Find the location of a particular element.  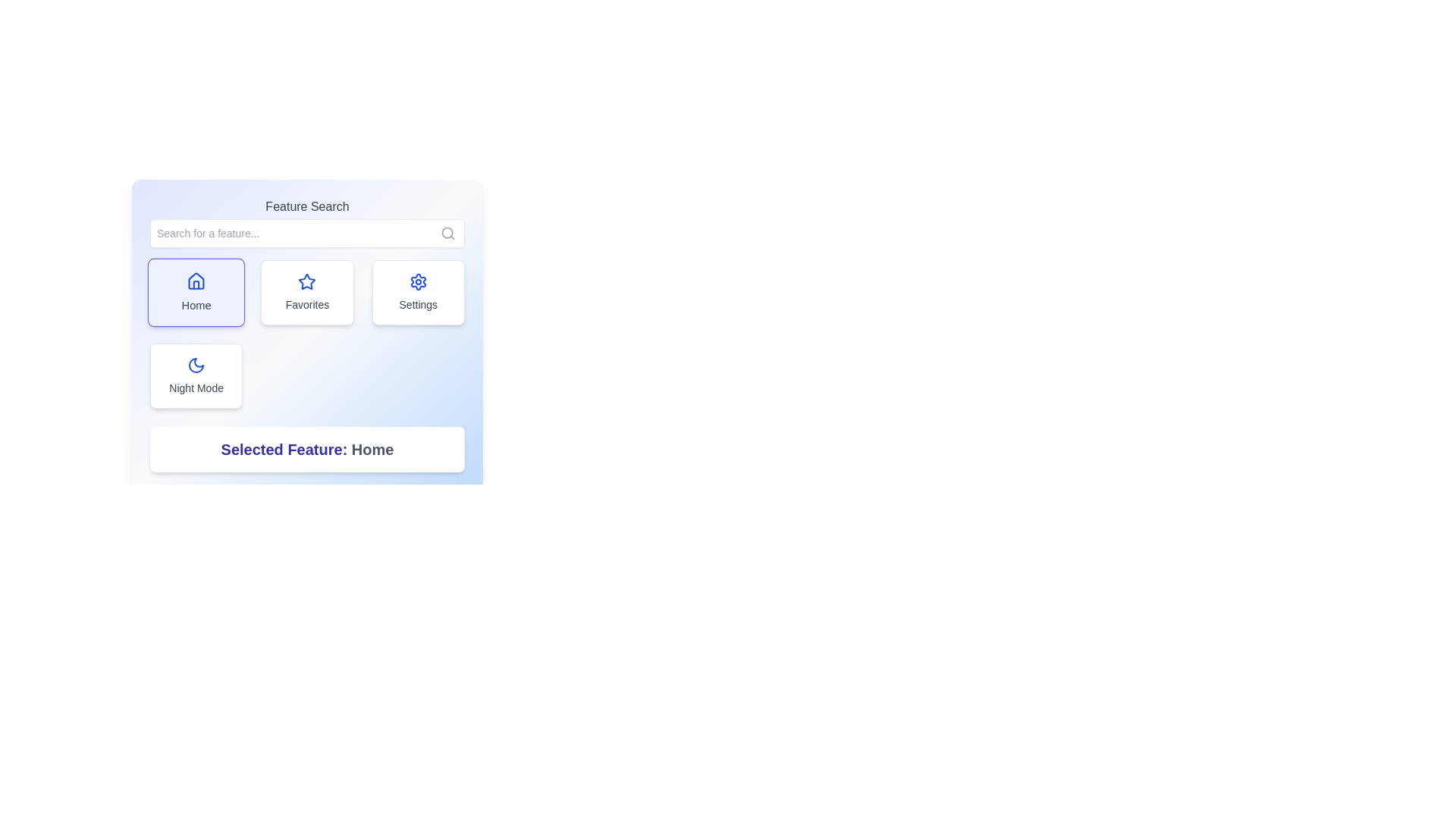

the 'Favorites' button which is centrally positioned in the middle row of a grid layout, between the 'Home' button and the 'Settings' button is located at coordinates (306, 292).